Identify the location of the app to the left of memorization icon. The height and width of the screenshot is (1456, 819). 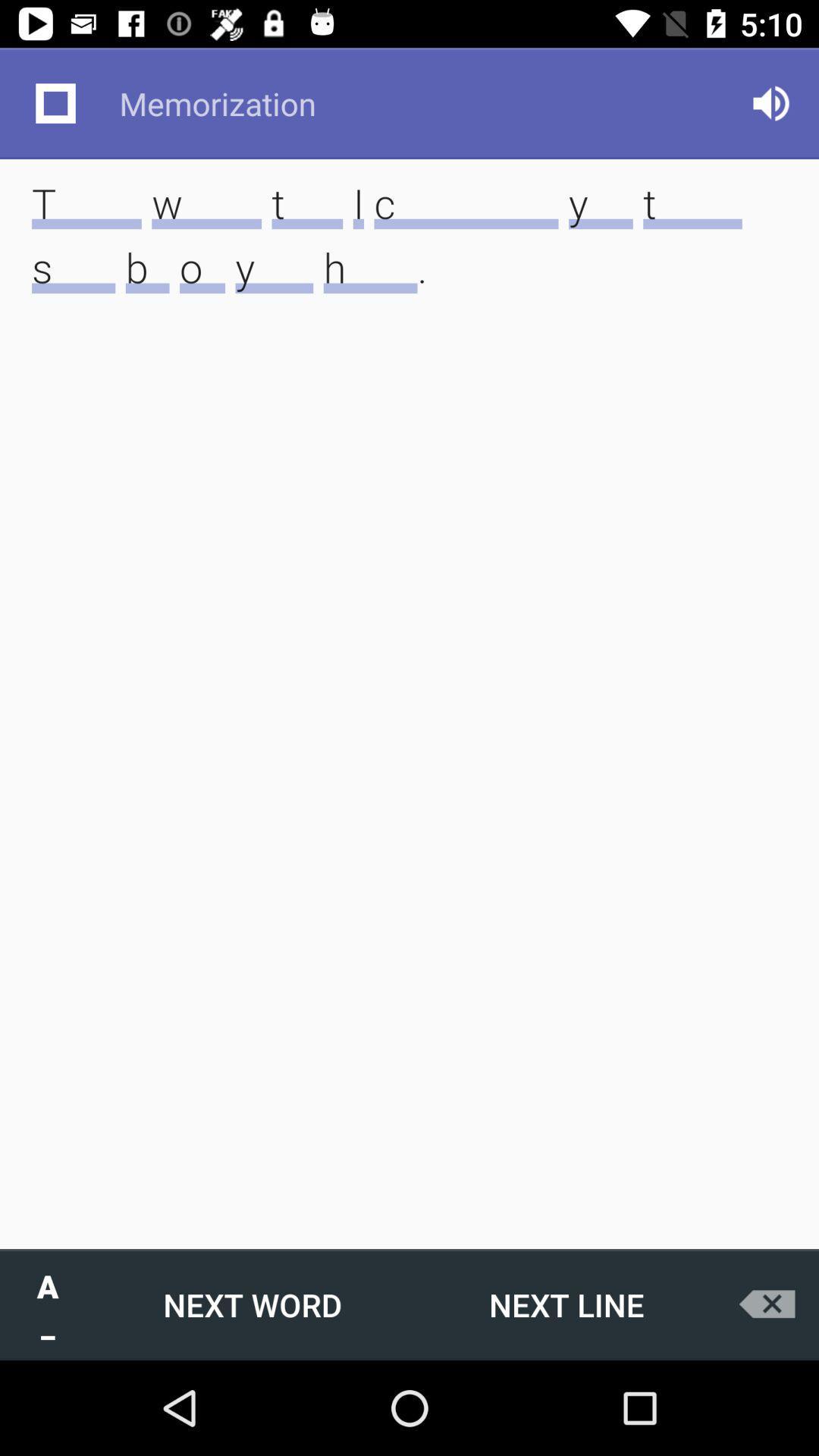
(55, 102).